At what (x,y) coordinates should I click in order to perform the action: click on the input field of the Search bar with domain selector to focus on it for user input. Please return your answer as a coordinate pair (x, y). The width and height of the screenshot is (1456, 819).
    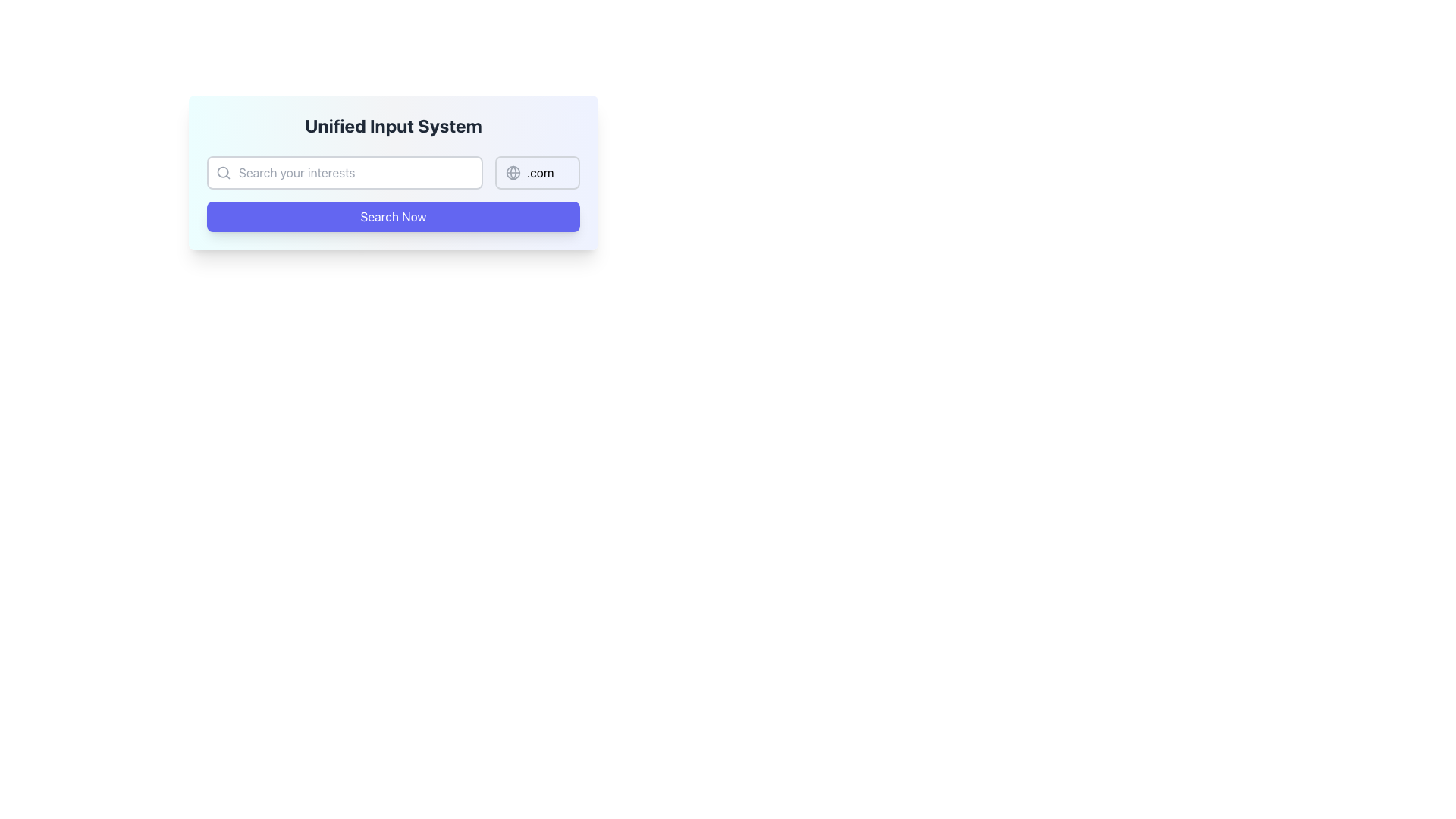
    Looking at the image, I should click on (393, 171).